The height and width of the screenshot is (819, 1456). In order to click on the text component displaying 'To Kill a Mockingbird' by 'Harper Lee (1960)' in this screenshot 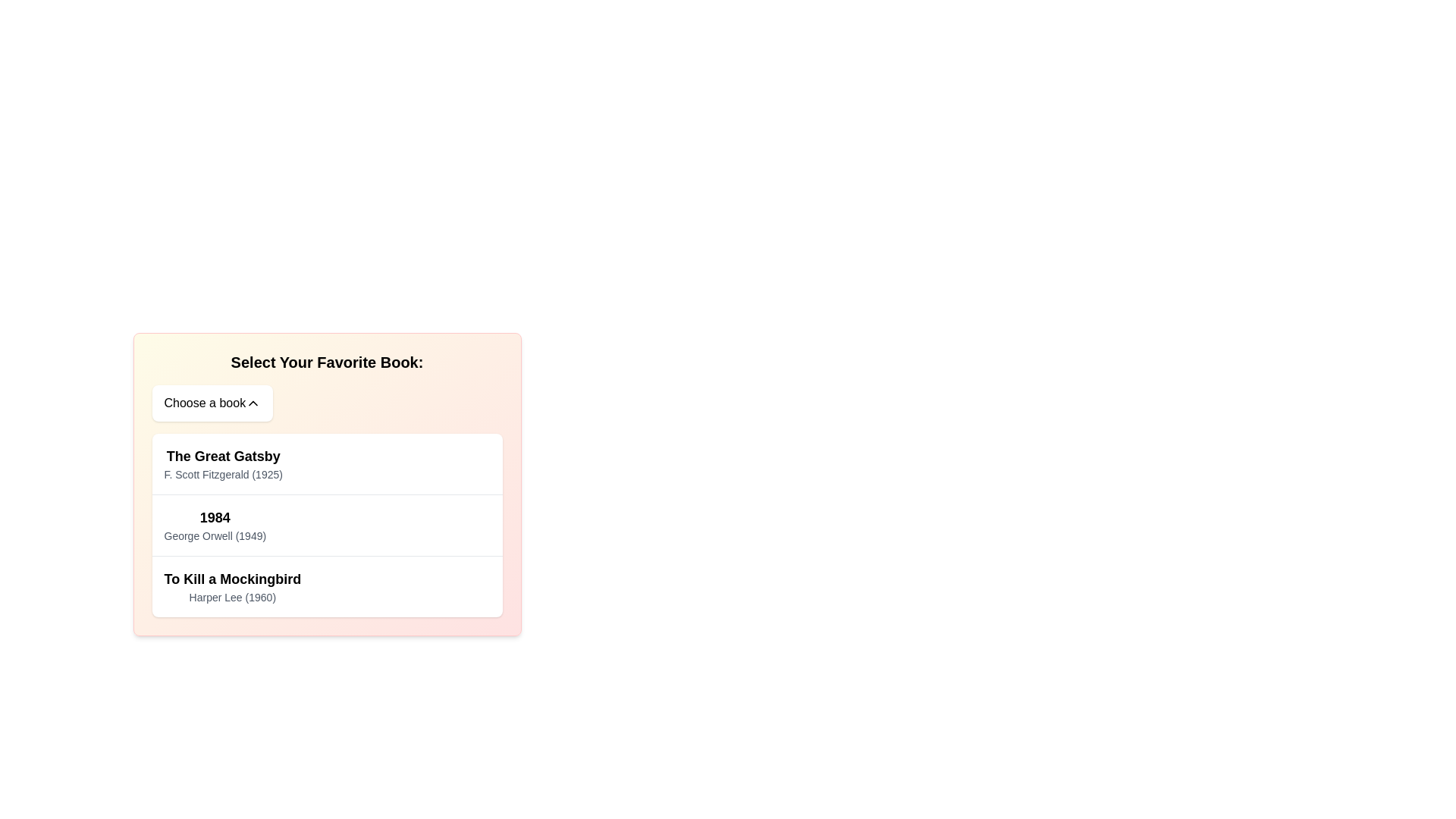, I will do `click(231, 586)`.